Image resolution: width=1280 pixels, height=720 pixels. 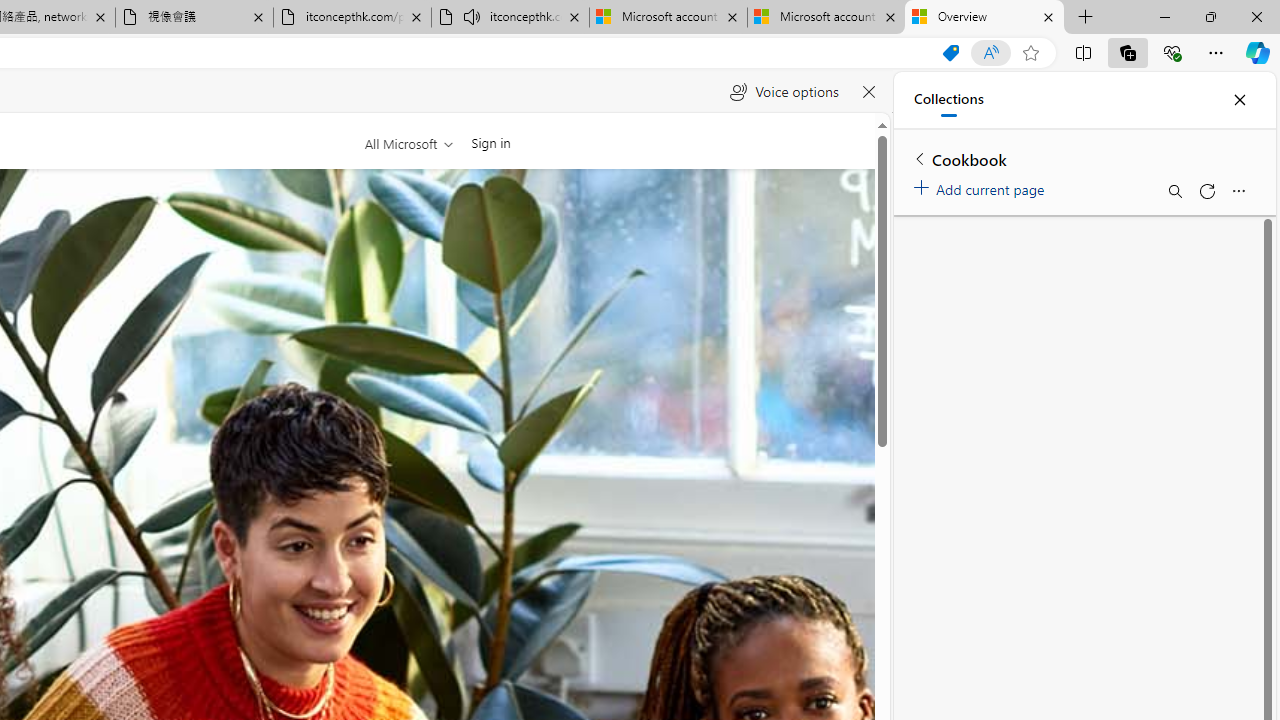 I want to click on 'itconcepthk.com/projector_solutions.mp4 - Audio playing', so click(x=510, y=17).